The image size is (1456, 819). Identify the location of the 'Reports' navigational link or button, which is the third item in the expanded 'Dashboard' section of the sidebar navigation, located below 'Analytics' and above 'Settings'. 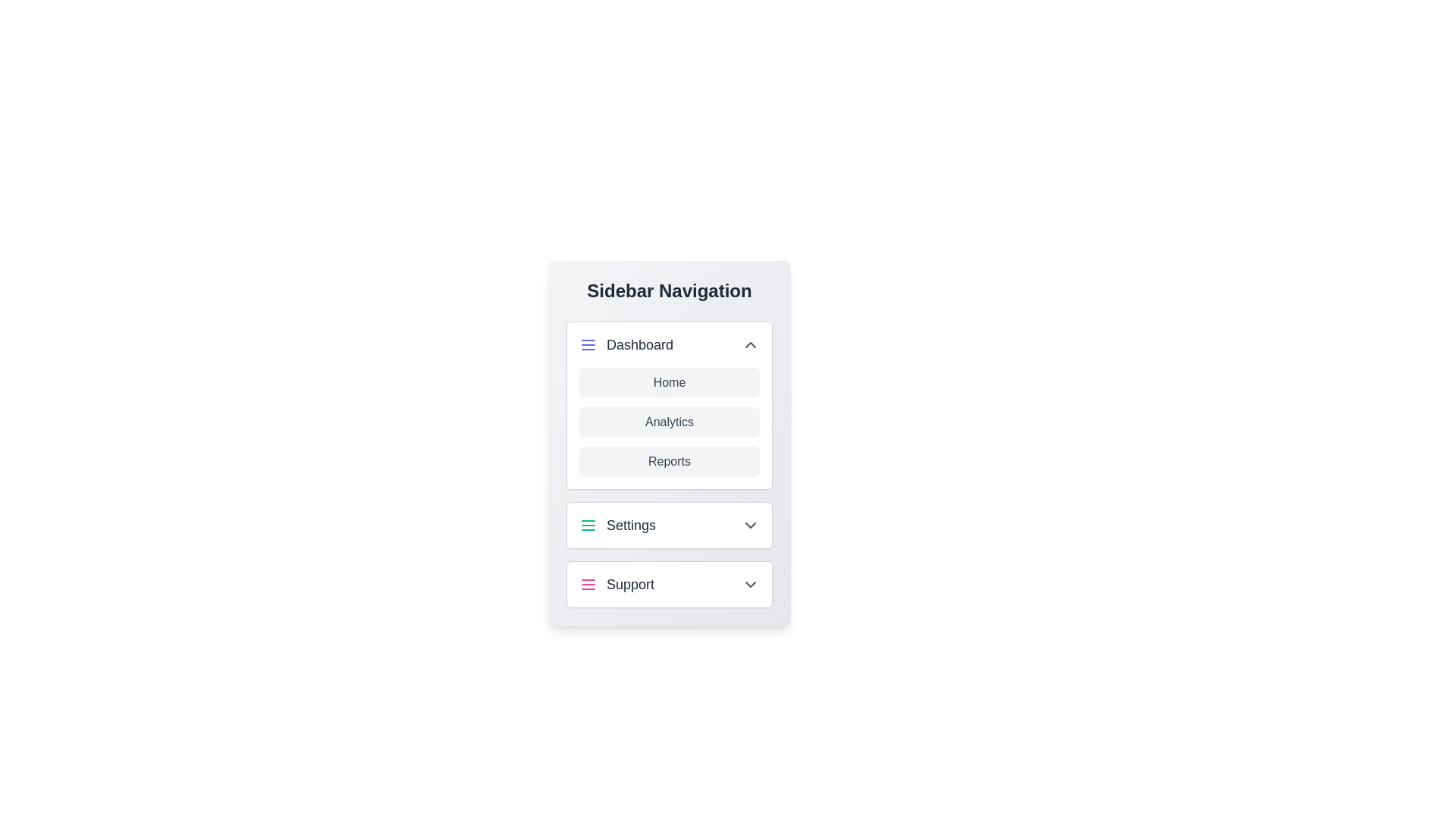
(669, 464).